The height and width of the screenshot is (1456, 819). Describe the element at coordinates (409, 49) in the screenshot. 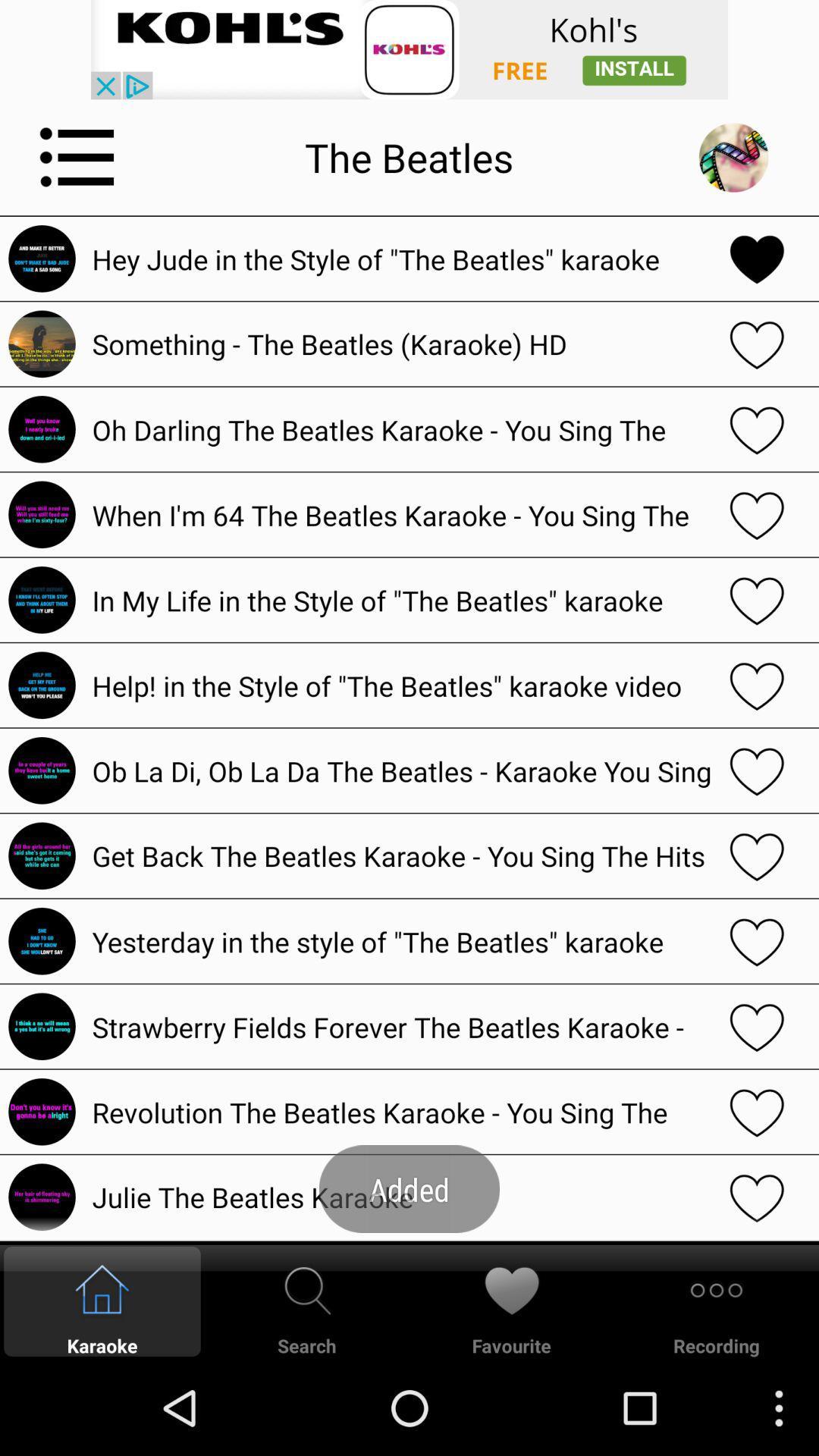

I see `advertisement` at that location.